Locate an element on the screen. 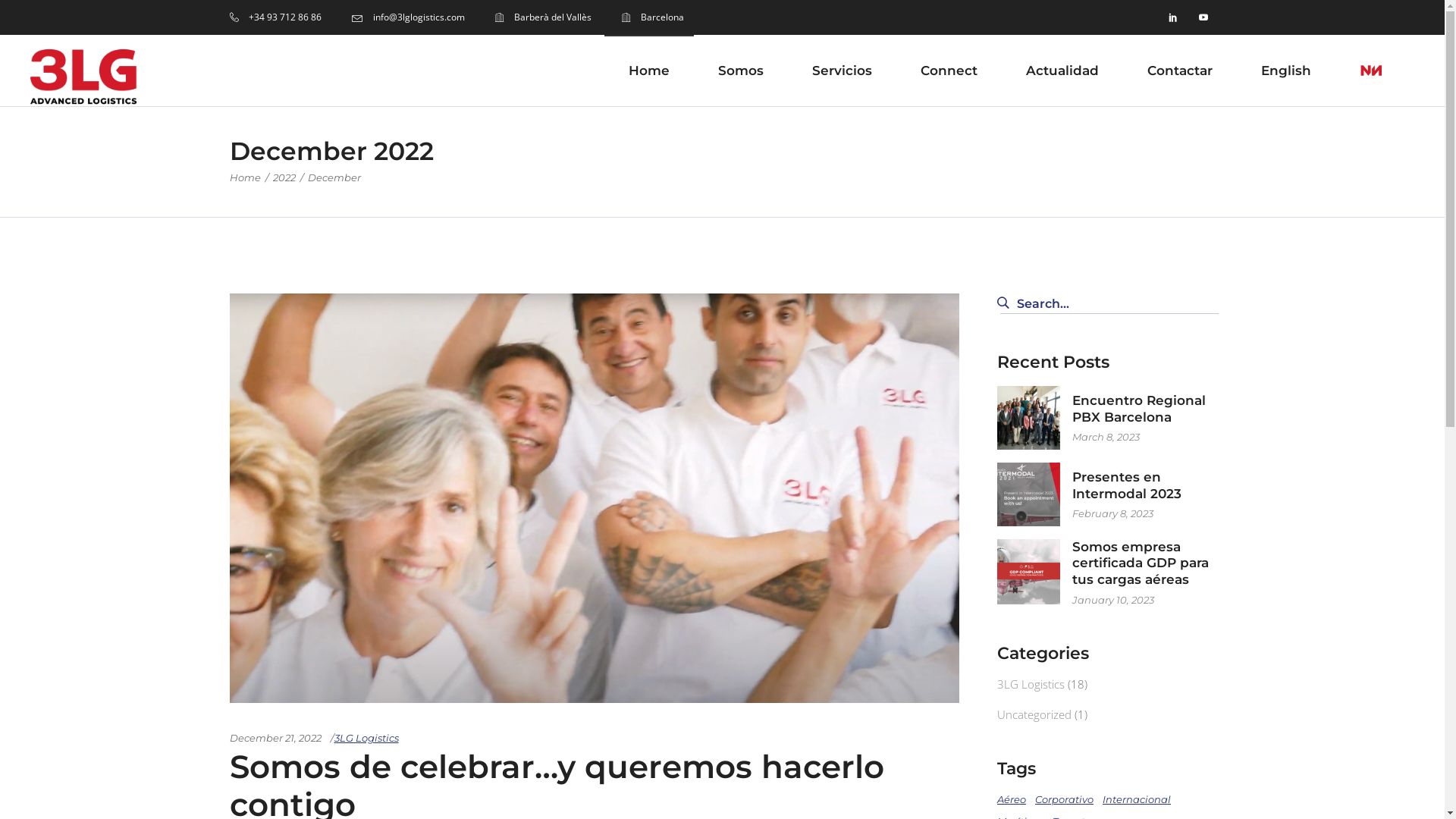 Image resolution: width=1456 pixels, height=819 pixels. '+34 93 712 86 86' is located at coordinates (275, 17).